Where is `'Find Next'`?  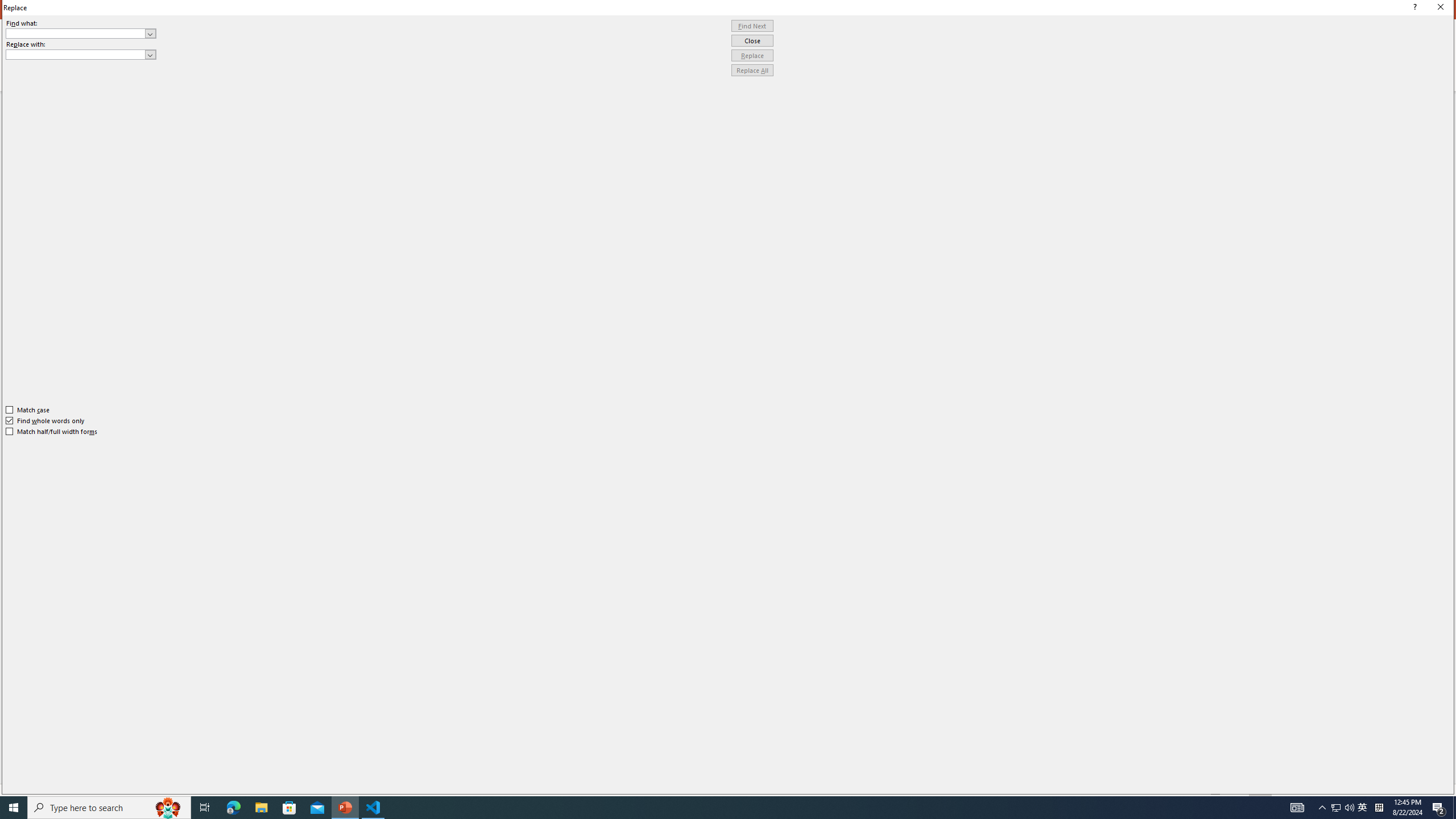 'Find Next' is located at coordinates (752, 26).